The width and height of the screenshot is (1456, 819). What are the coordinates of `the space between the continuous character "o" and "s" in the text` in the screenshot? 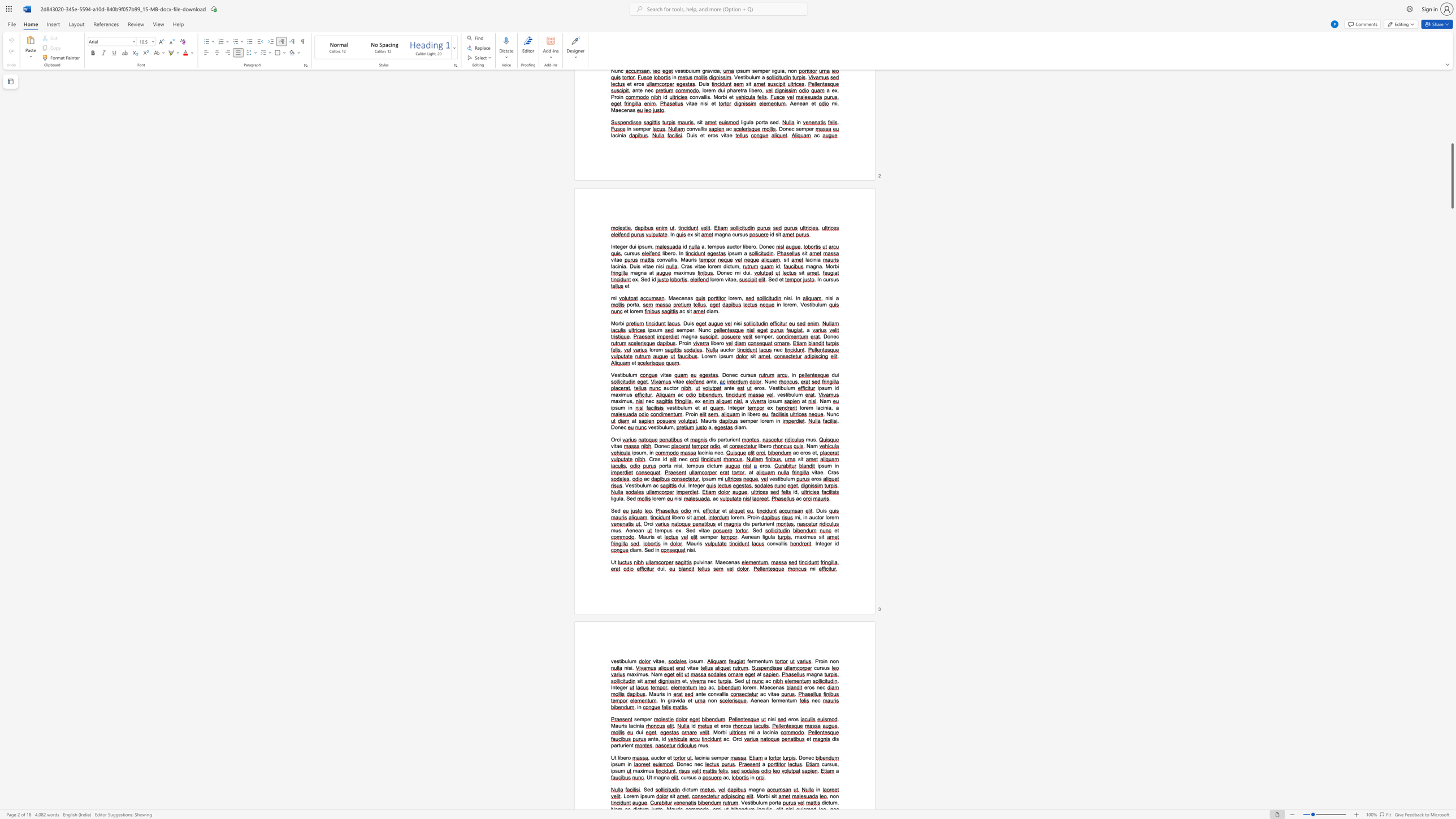 It's located at (807, 453).